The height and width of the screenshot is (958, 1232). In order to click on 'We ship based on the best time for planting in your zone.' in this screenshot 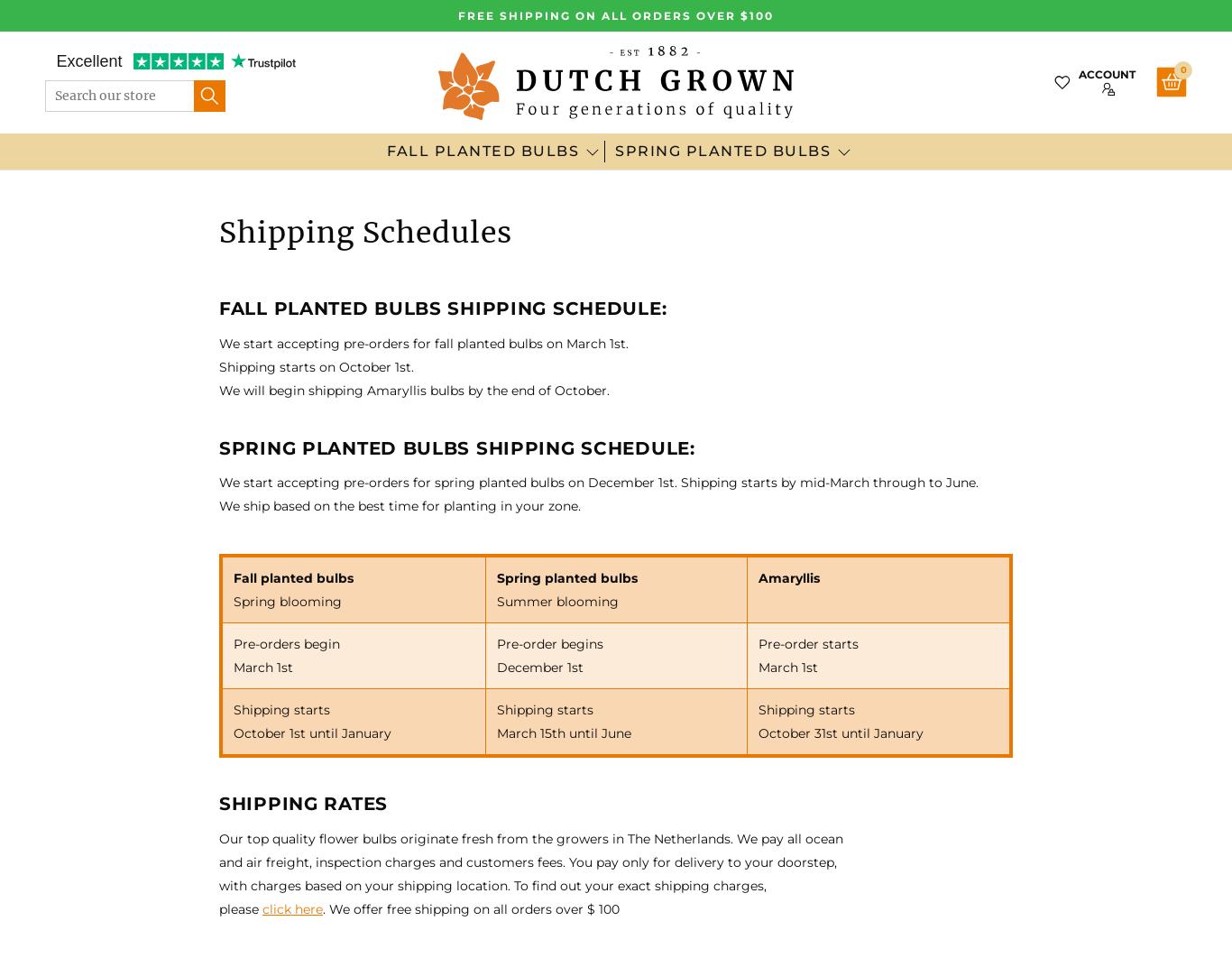, I will do `click(219, 505)`.